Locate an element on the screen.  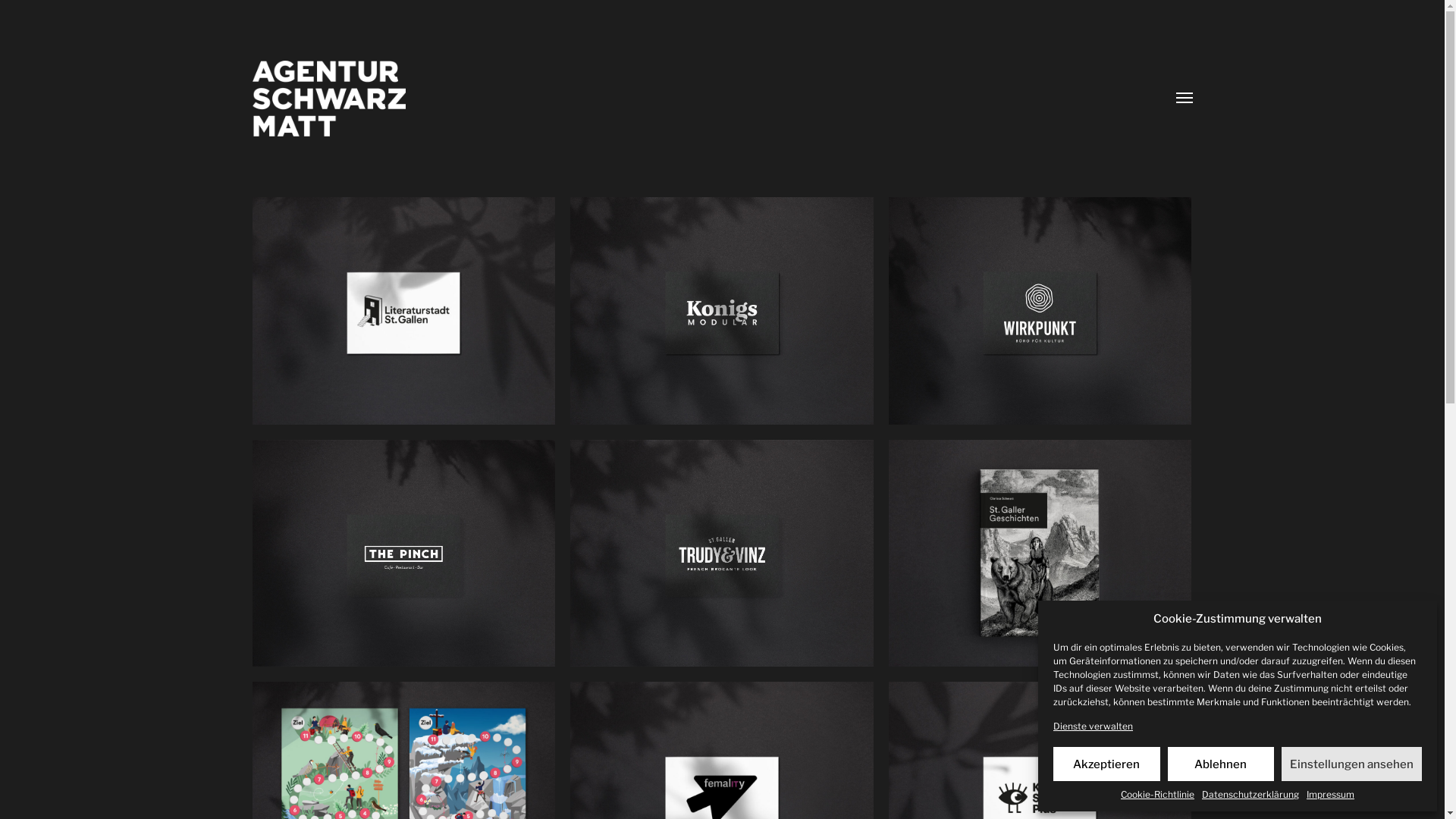
'Impressum' is located at coordinates (1329, 793).